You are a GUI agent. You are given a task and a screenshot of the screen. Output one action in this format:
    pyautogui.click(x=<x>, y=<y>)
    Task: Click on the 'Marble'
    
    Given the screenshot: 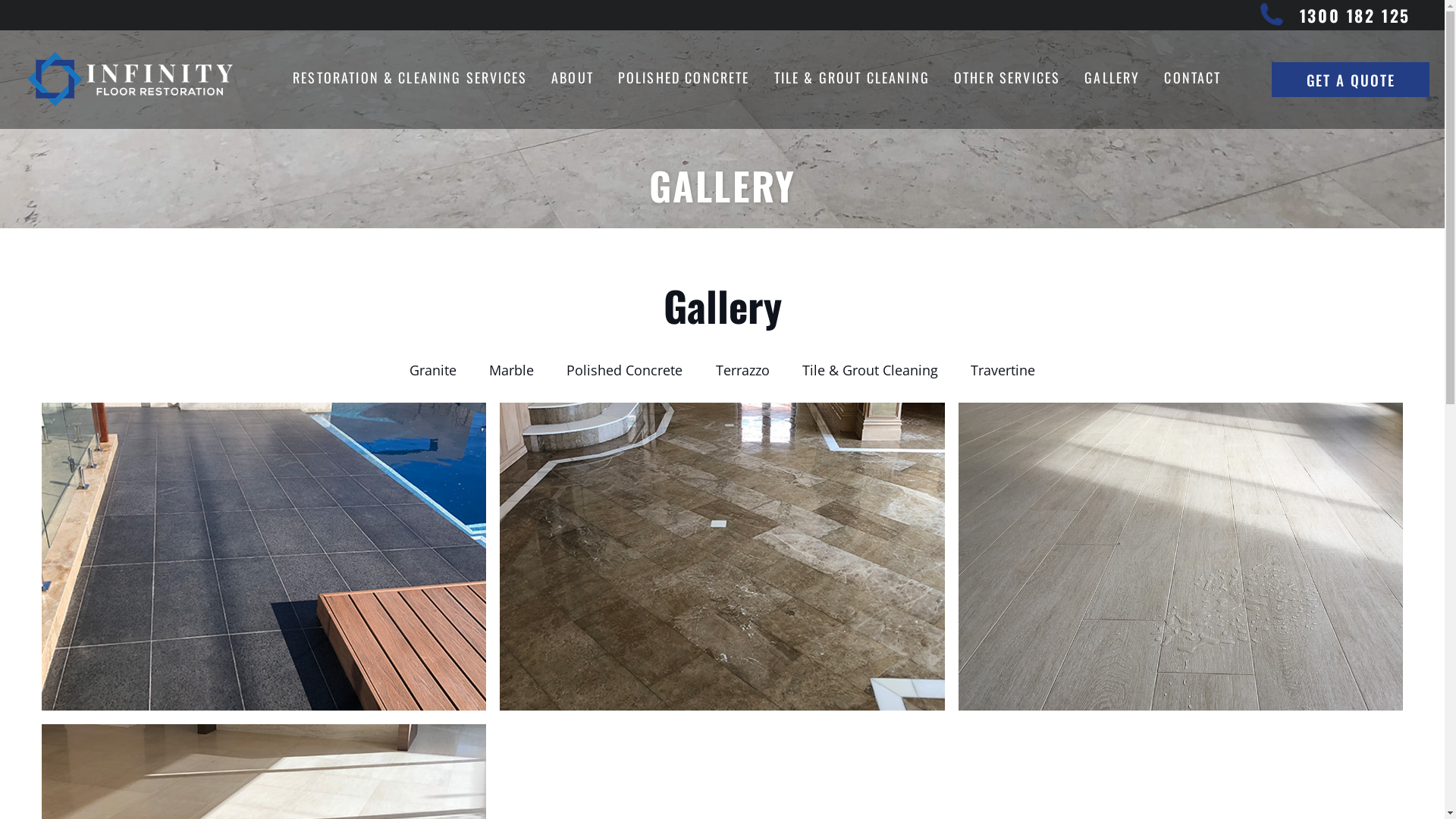 What is the action you would take?
    pyautogui.click(x=472, y=370)
    